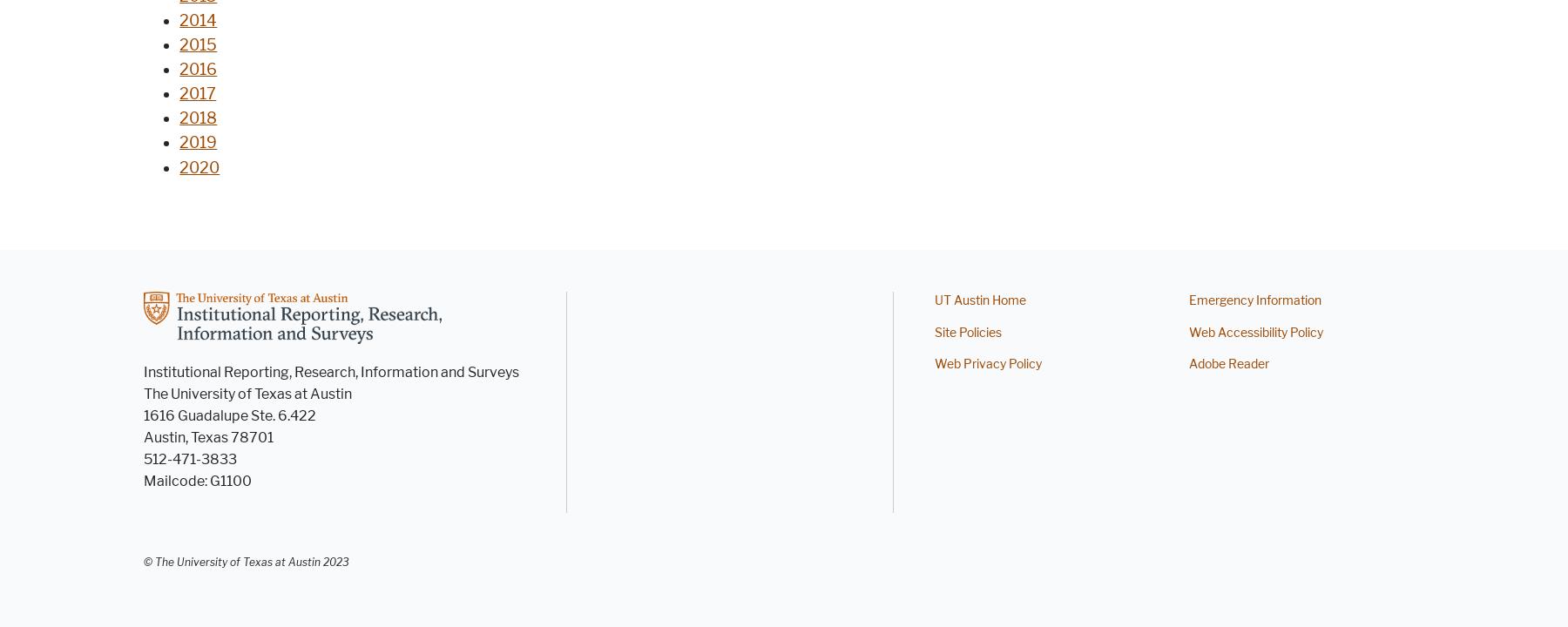 The width and height of the screenshot is (1568, 627). Describe the element at coordinates (1254, 332) in the screenshot. I see `'Web Accessibility Policy'` at that location.